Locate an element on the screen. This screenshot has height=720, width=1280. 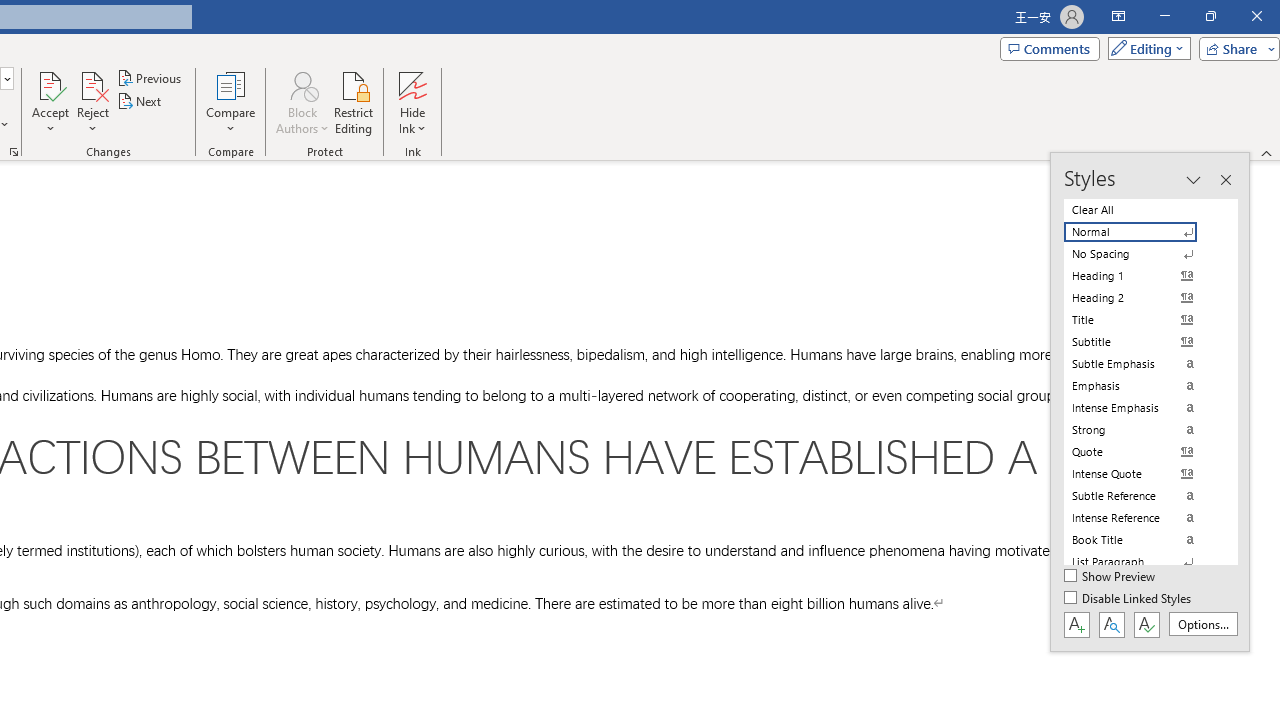
'Block Authors' is located at coordinates (301, 103).